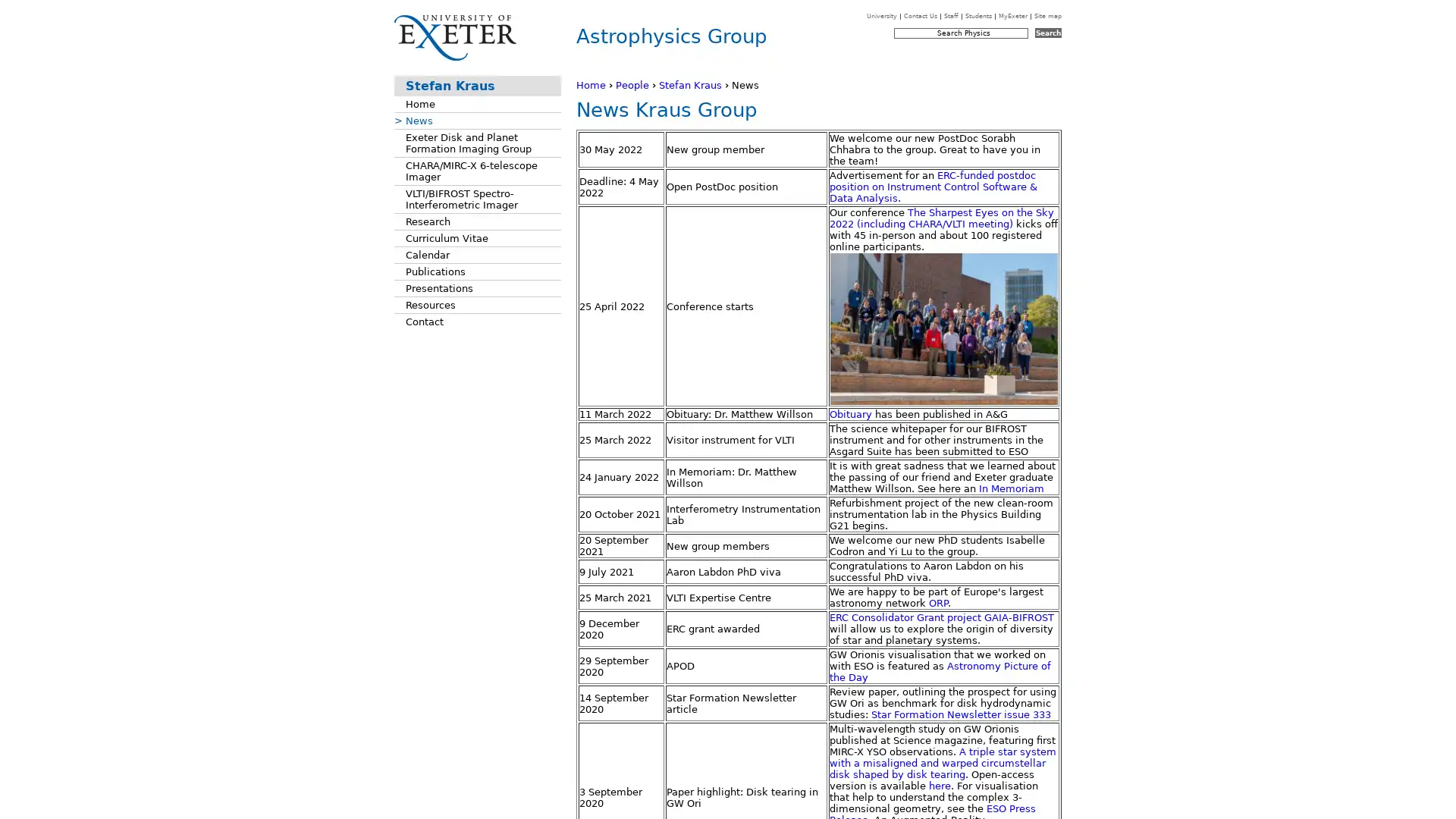 This screenshot has width=1456, height=819. I want to click on Search, so click(1047, 33).